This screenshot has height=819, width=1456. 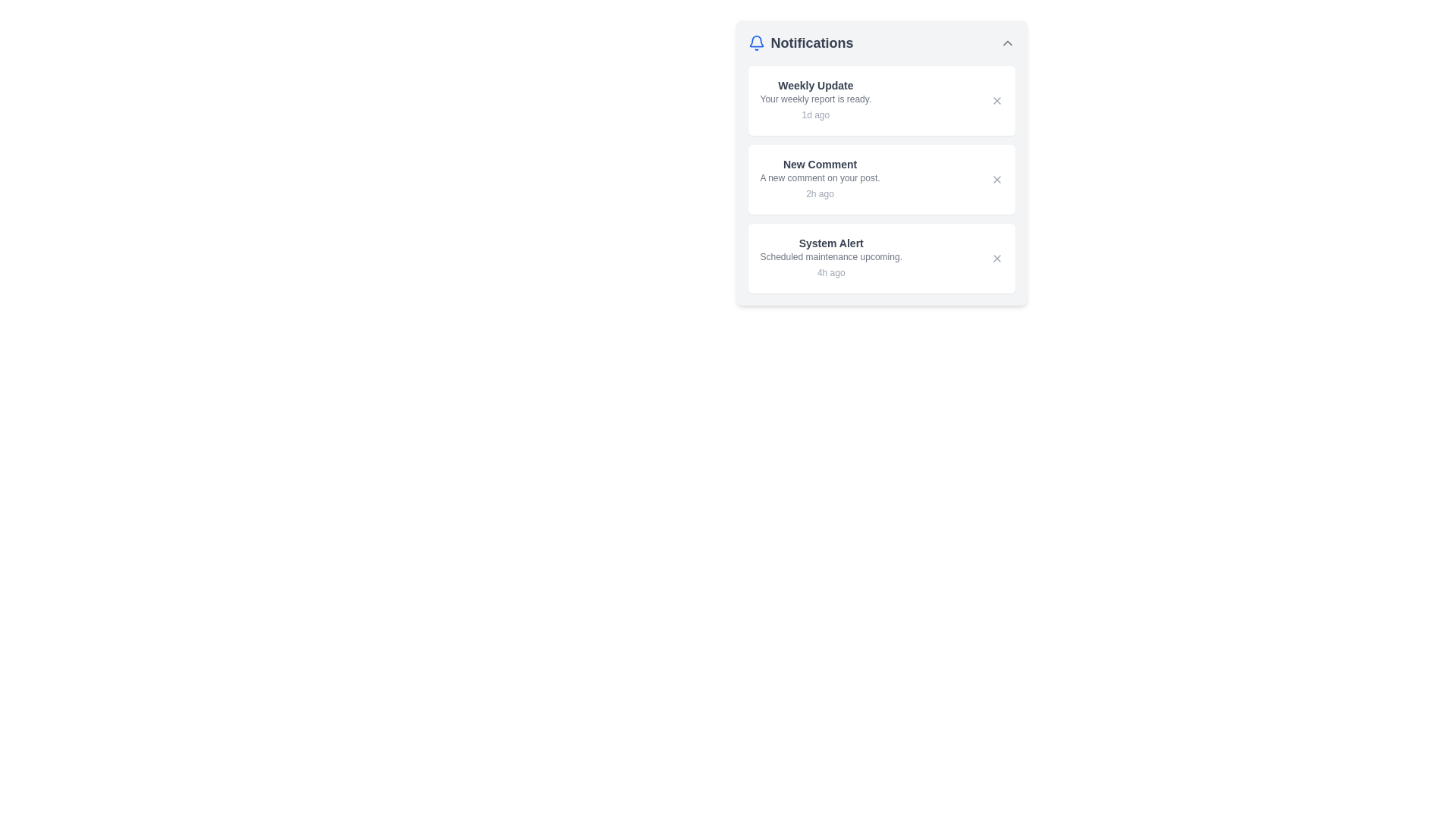 I want to click on the bell icon located in the top-left corner of the 'Notifications' section, which visually indicates notifications, so click(x=756, y=42).